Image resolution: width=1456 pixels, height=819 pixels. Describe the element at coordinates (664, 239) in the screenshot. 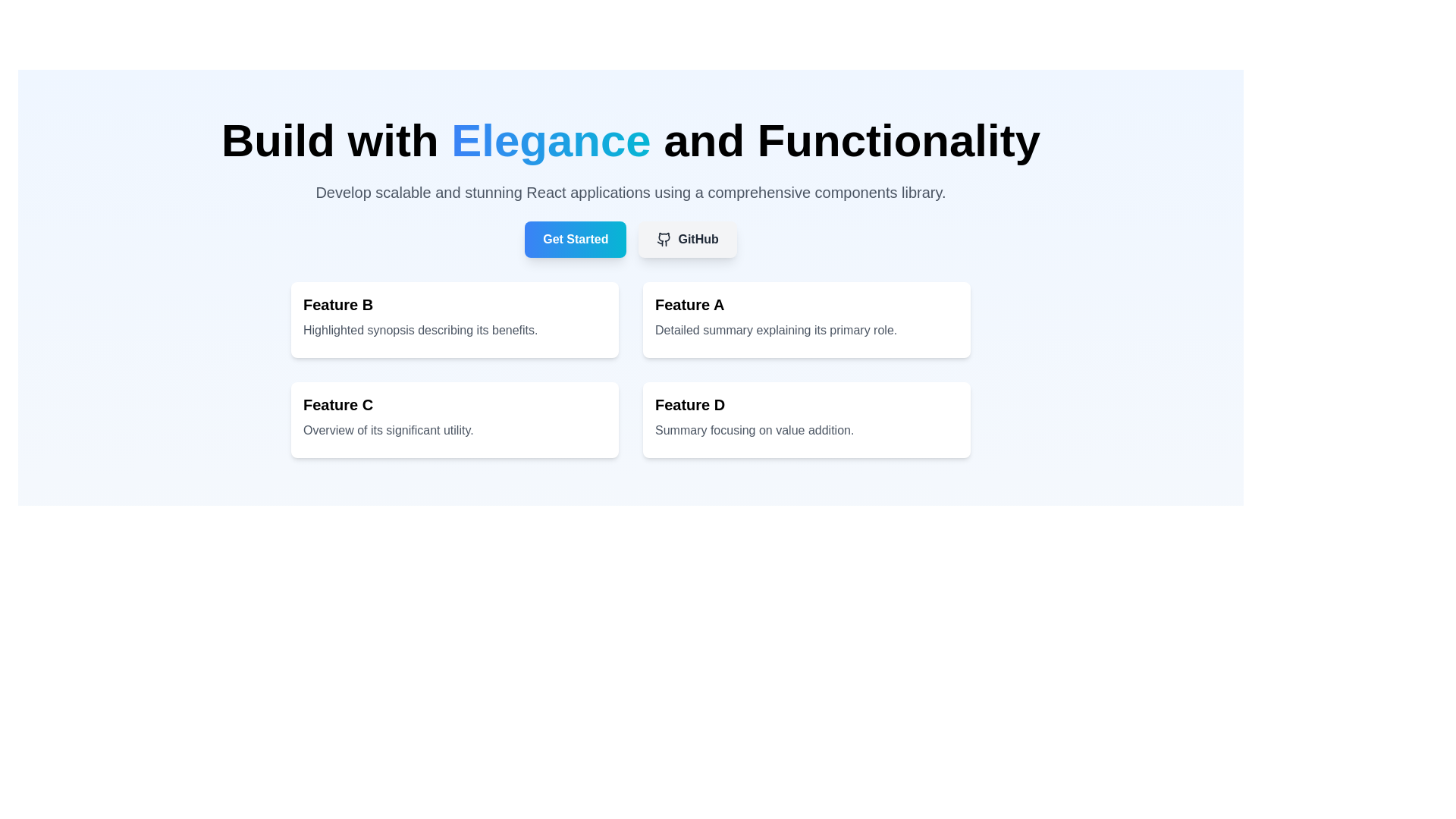

I see `the GitHub icon located near the top center of the interface, to the right of the blue 'Get Started' button` at that location.